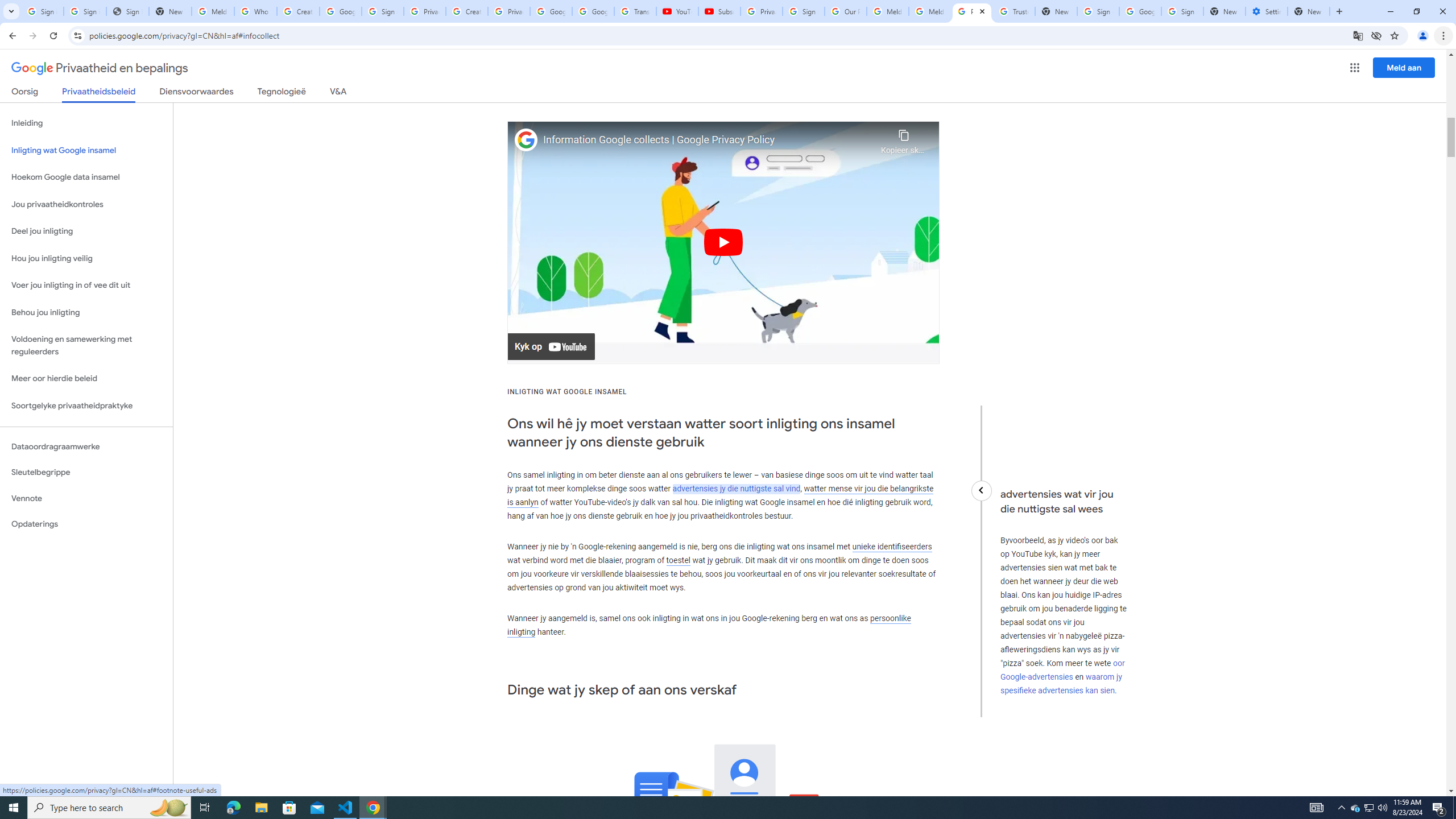 Image resolution: width=1456 pixels, height=819 pixels. What do you see at coordinates (1062, 669) in the screenshot?
I see `'oor Google-advertensies'` at bounding box center [1062, 669].